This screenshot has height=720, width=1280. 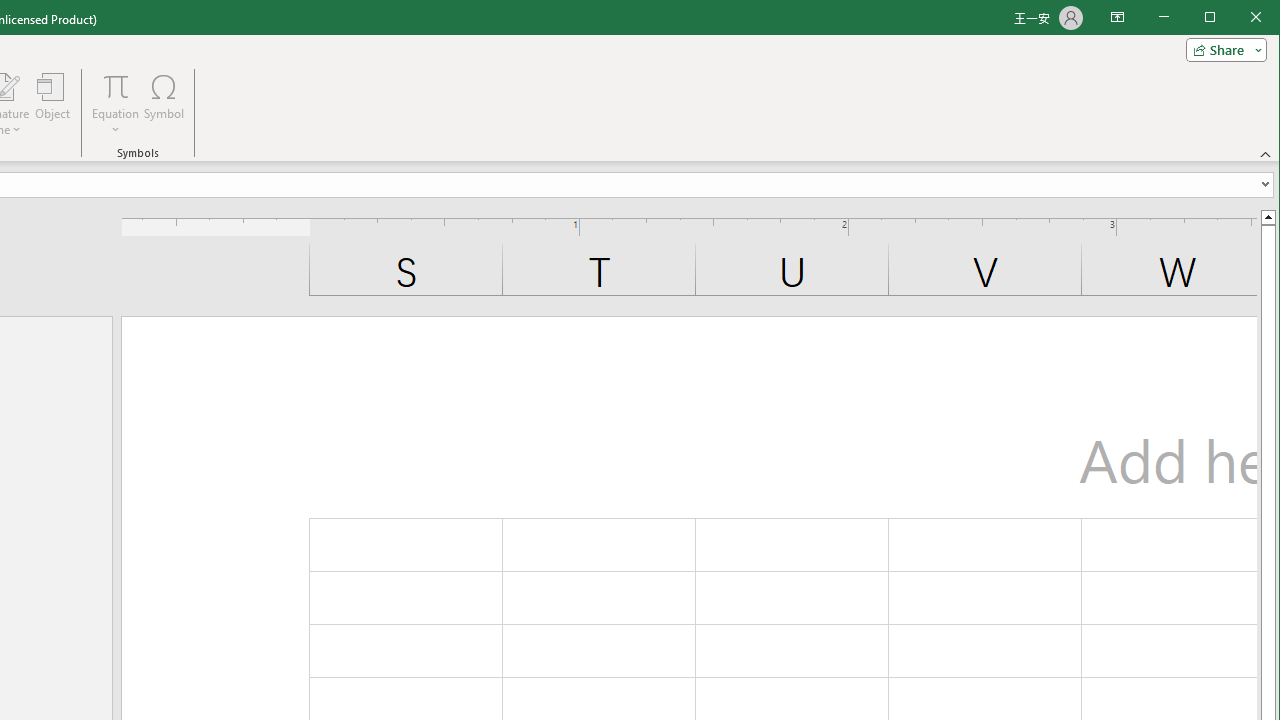 What do you see at coordinates (114, 85) in the screenshot?
I see `'Equation'` at bounding box center [114, 85].